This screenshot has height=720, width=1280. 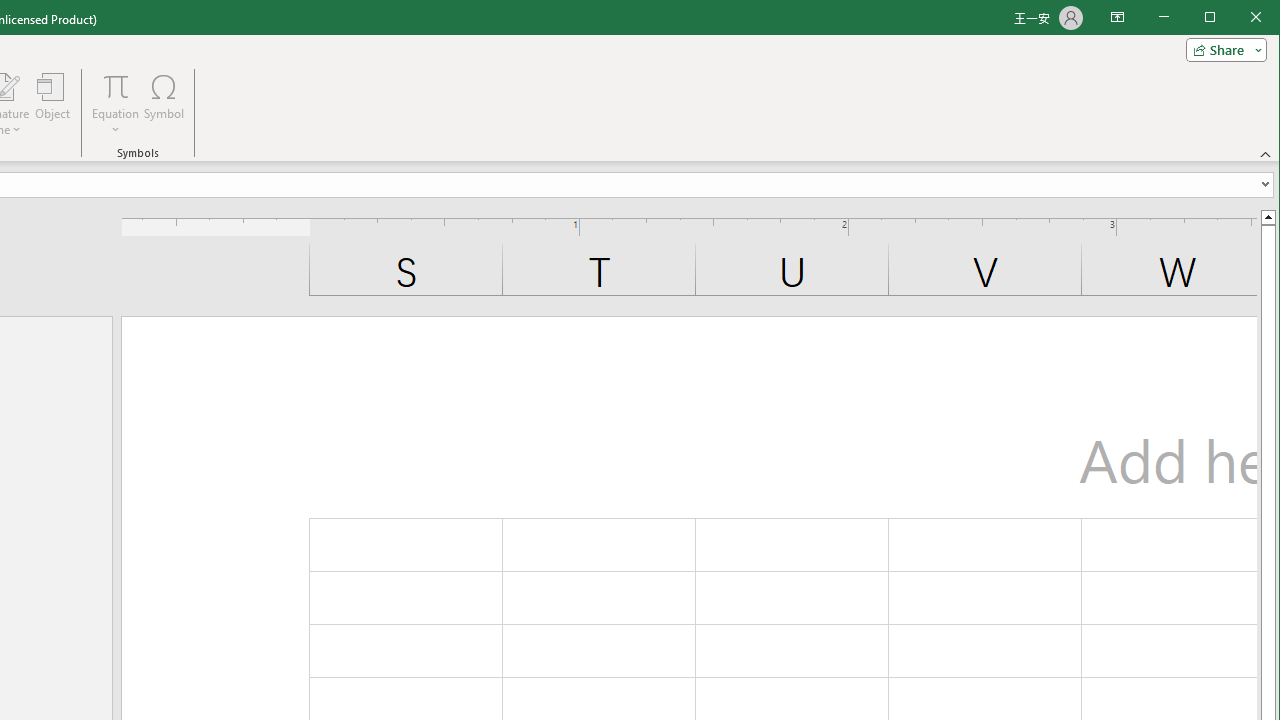 What do you see at coordinates (114, 85) in the screenshot?
I see `'Equation'` at bounding box center [114, 85].